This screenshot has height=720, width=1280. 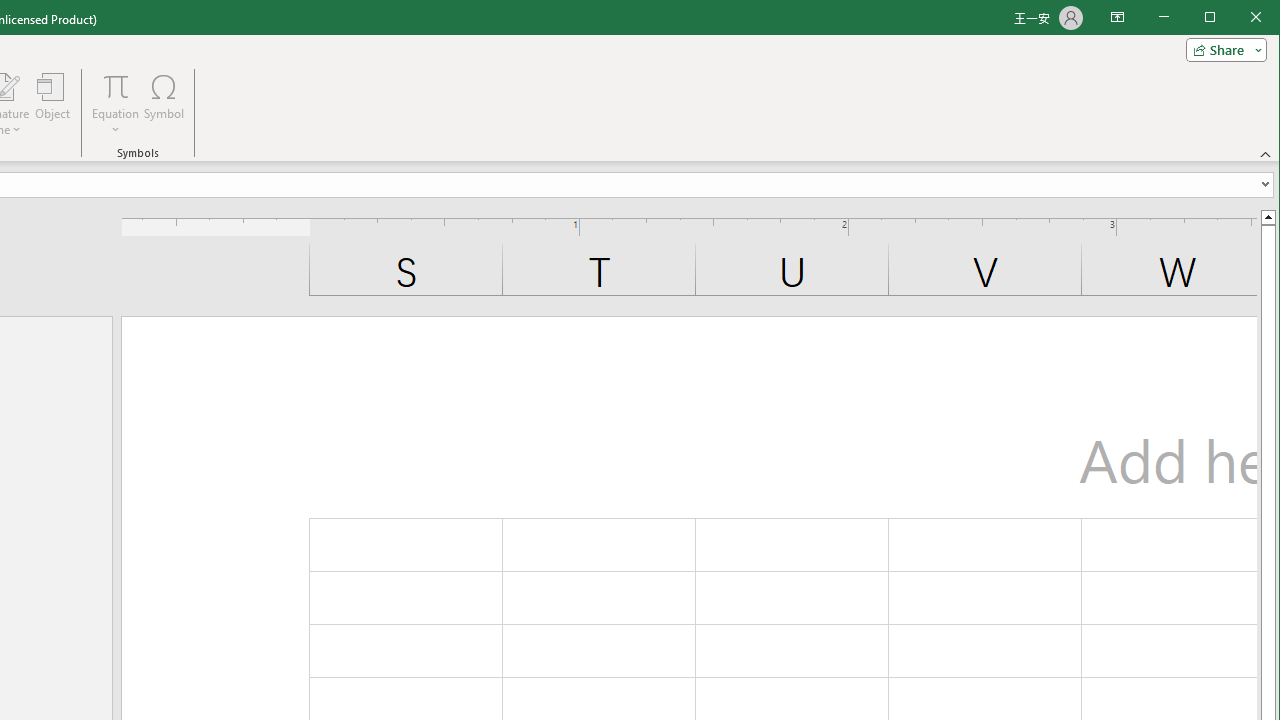 What do you see at coordinates (114, 85) in the screenshot?
I see `'Equation'` at bounding box center [114, 85].